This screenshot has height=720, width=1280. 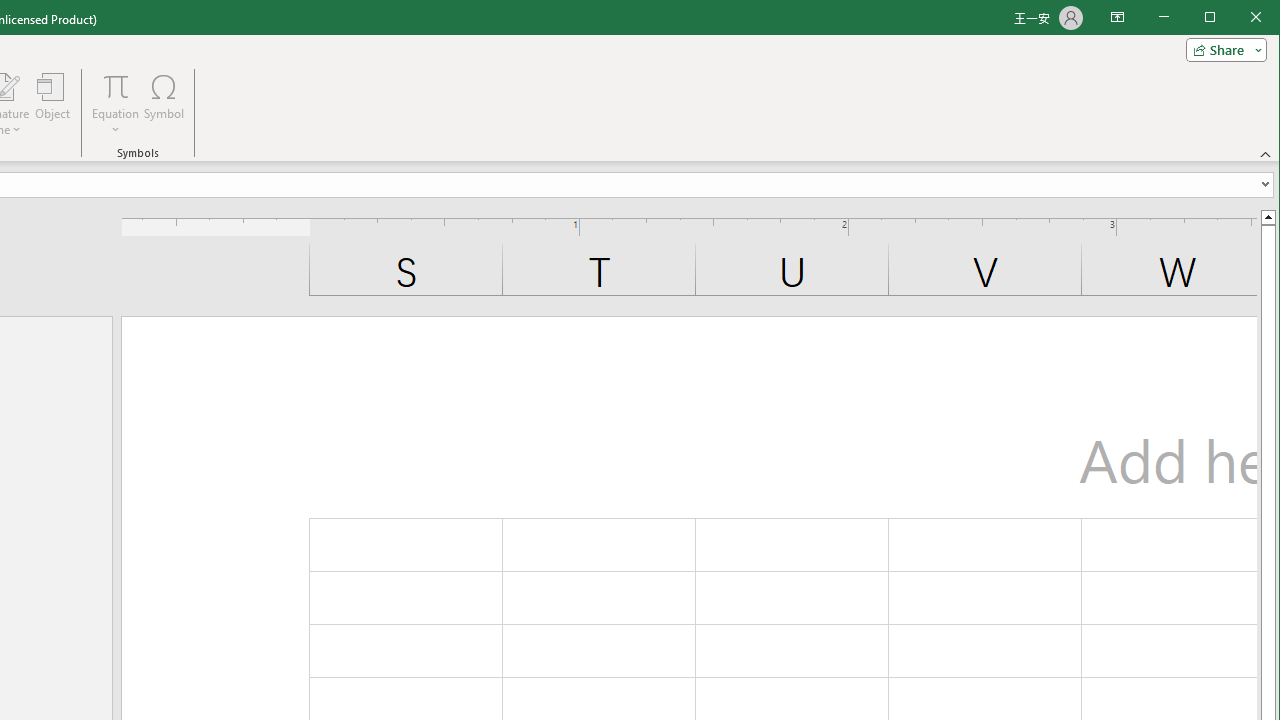 What do you see at coordinates (114, 85) in the screenshot?
I see `'Equation'` at bounding box center [114, 85].